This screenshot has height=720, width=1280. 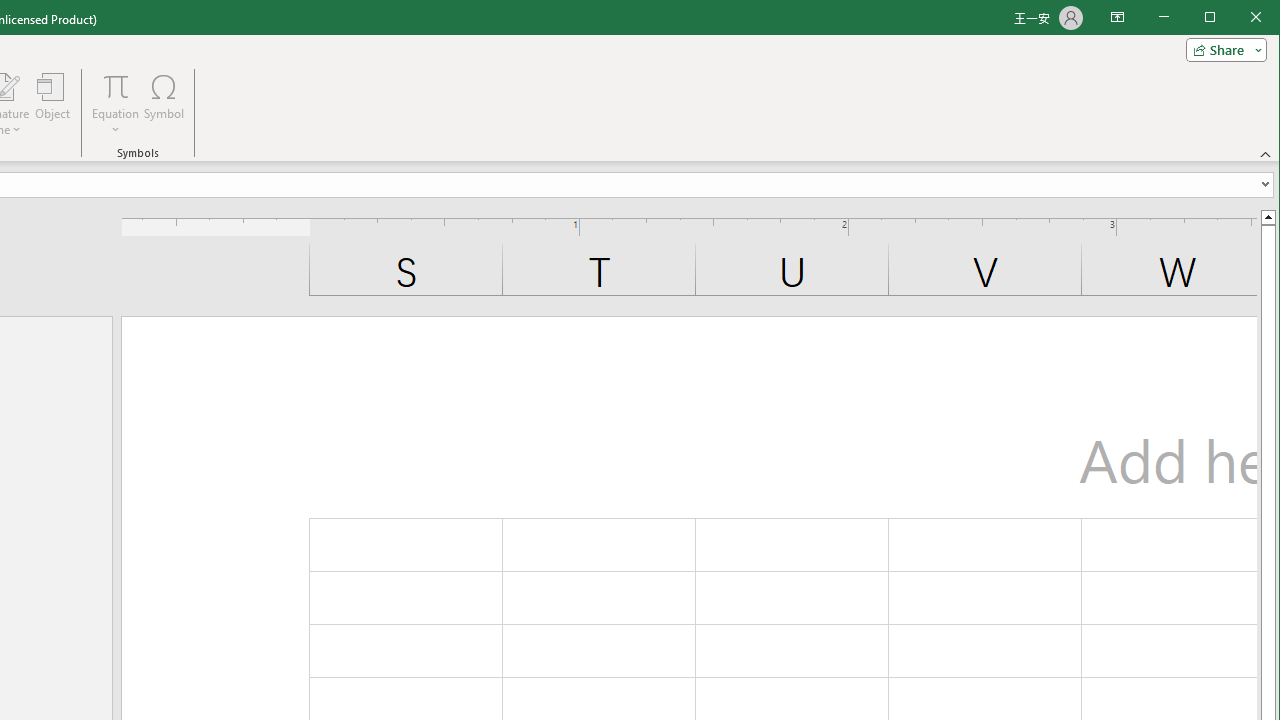 What do you see at coordinates (114, 85) in the screenshot?
I see `'Equation'` at bounding box center [114, 85].